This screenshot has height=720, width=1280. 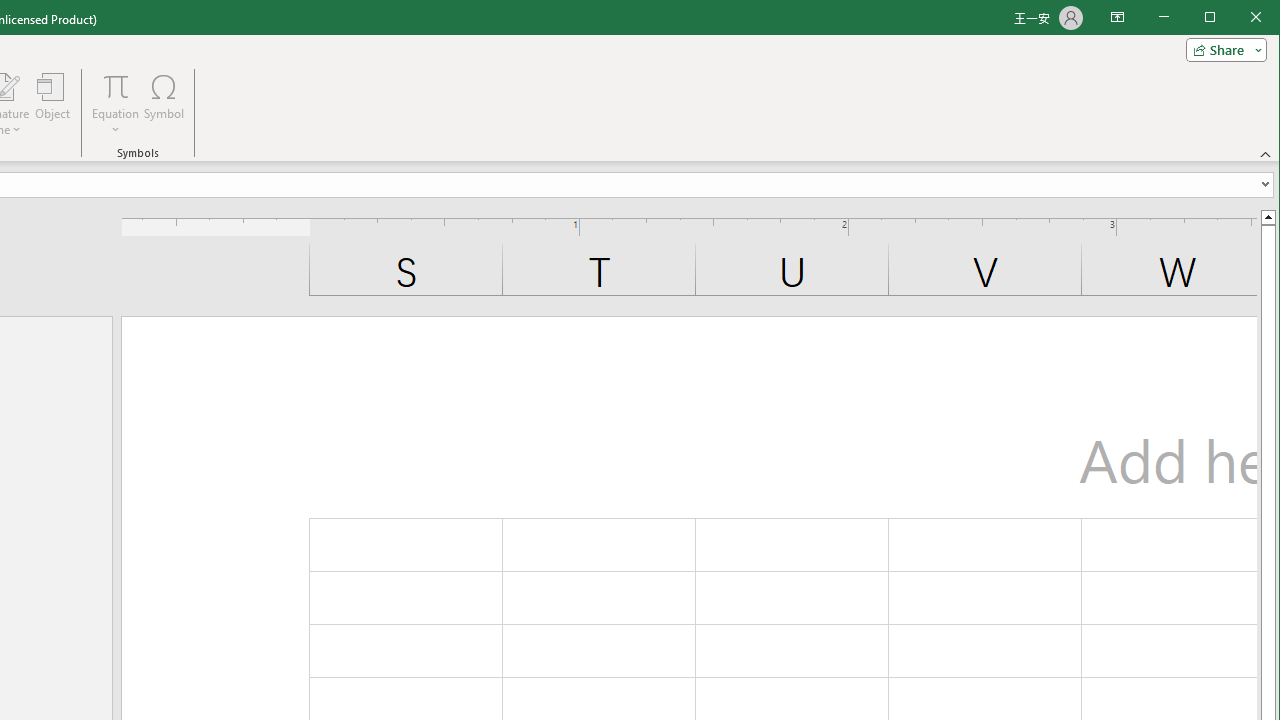 What do you see at coordinates (114, 85) in the screenshot?
I see `'Equation'` at bounding box center [114, 85].